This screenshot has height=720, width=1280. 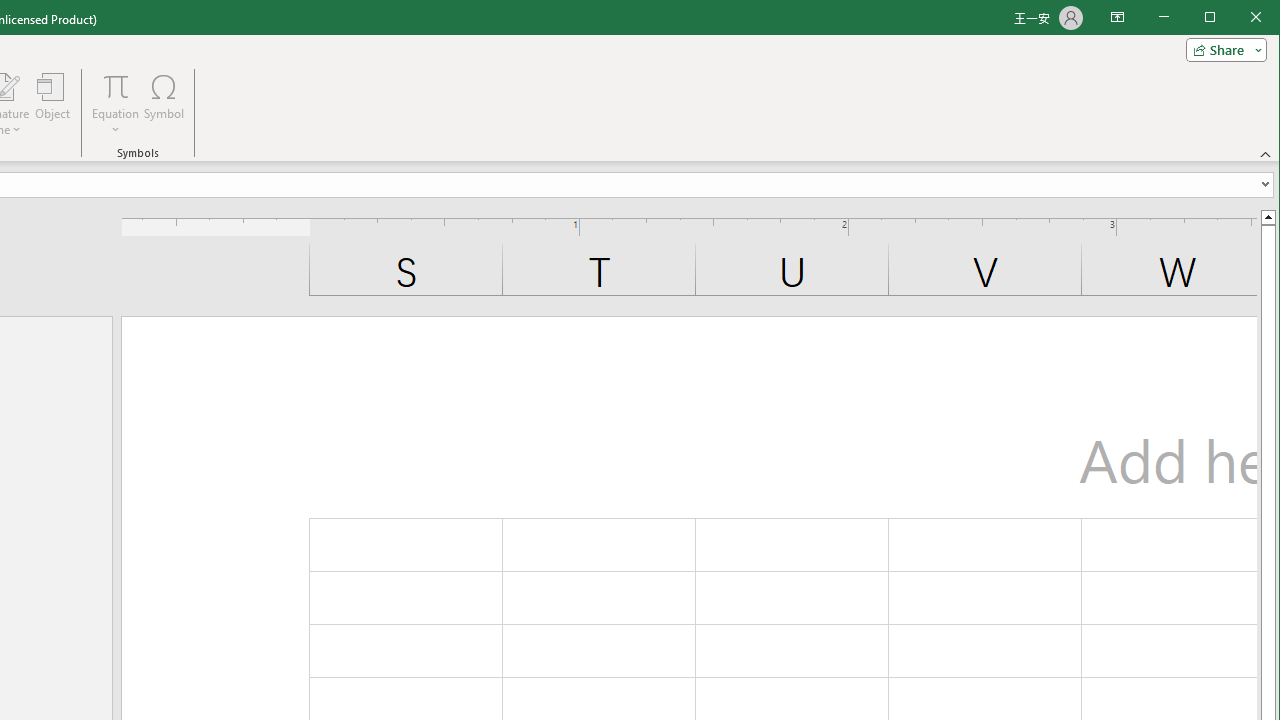 What do you see at coordinates (114, 85) in the screenshot?
I see `'Equation'` at bounding box center [114, 85].